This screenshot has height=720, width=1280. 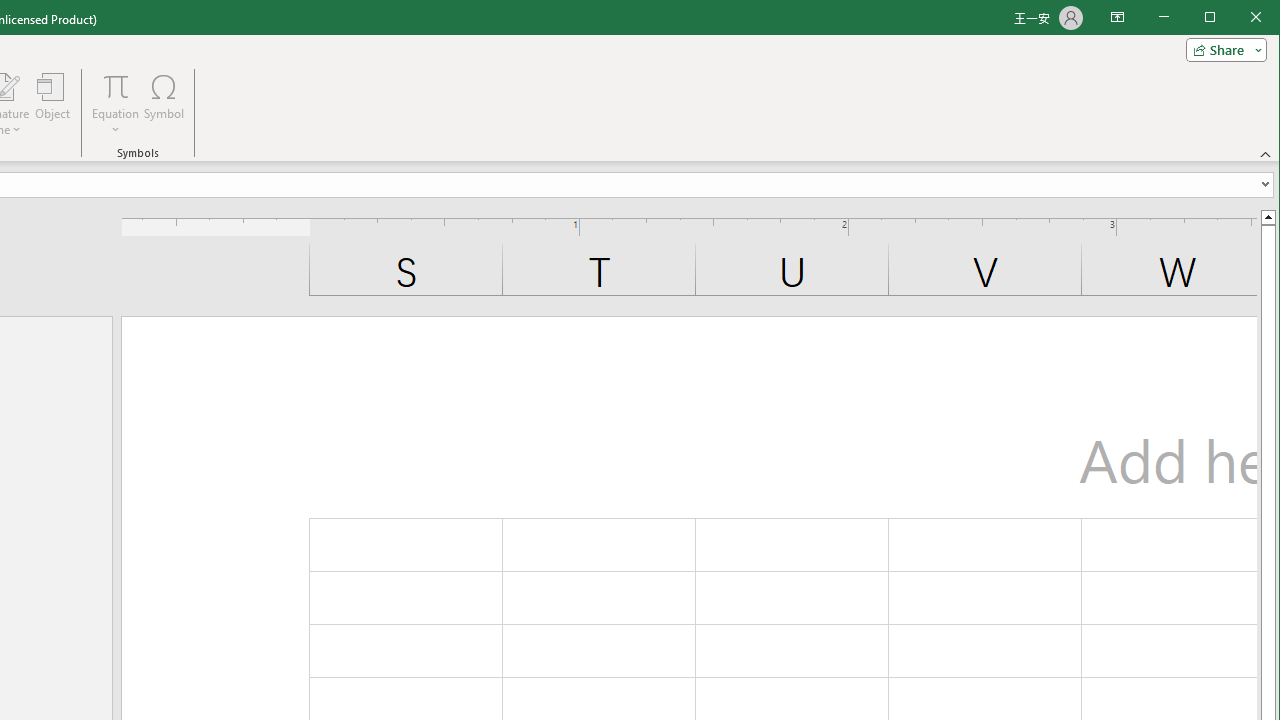 What do you see at coordinates (114, 85) in the screenshot?
I see `'Equation'` at bounding box center [114, 85].